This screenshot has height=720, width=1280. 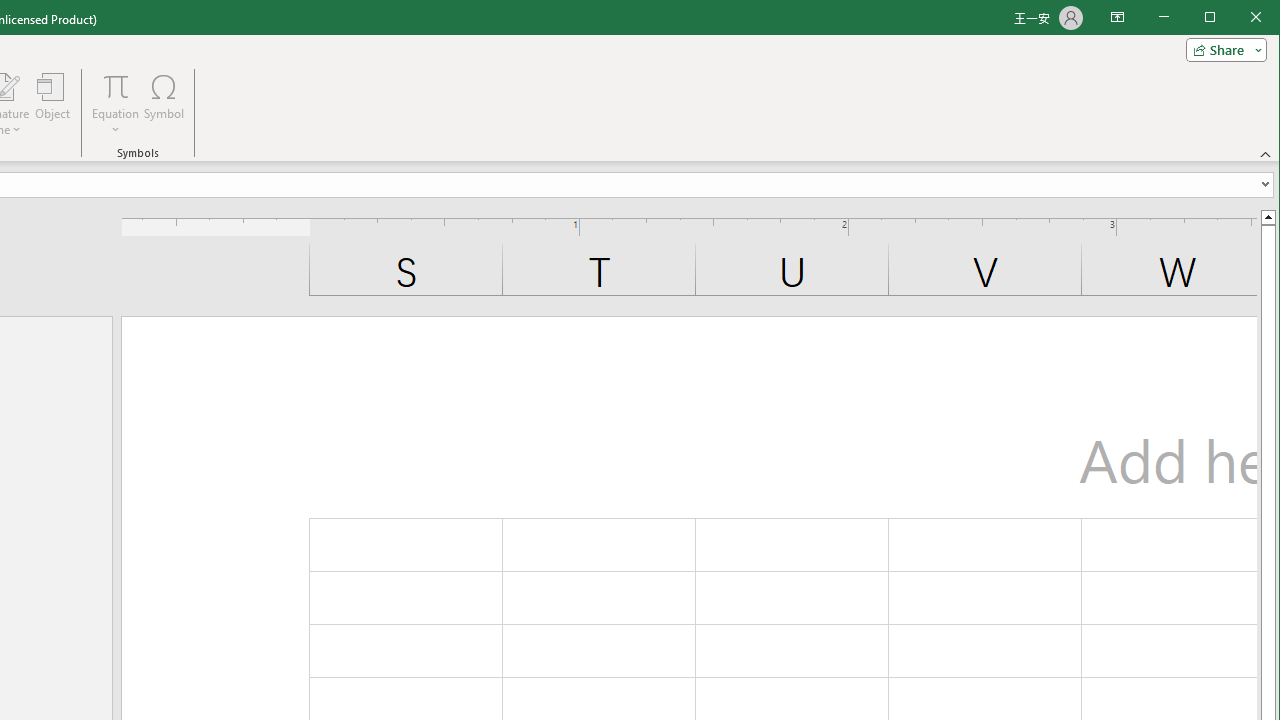 What do you see at coordinates (114, 85) in the screenshot?
I see `'Equation'` at bounding box center [114, 85].